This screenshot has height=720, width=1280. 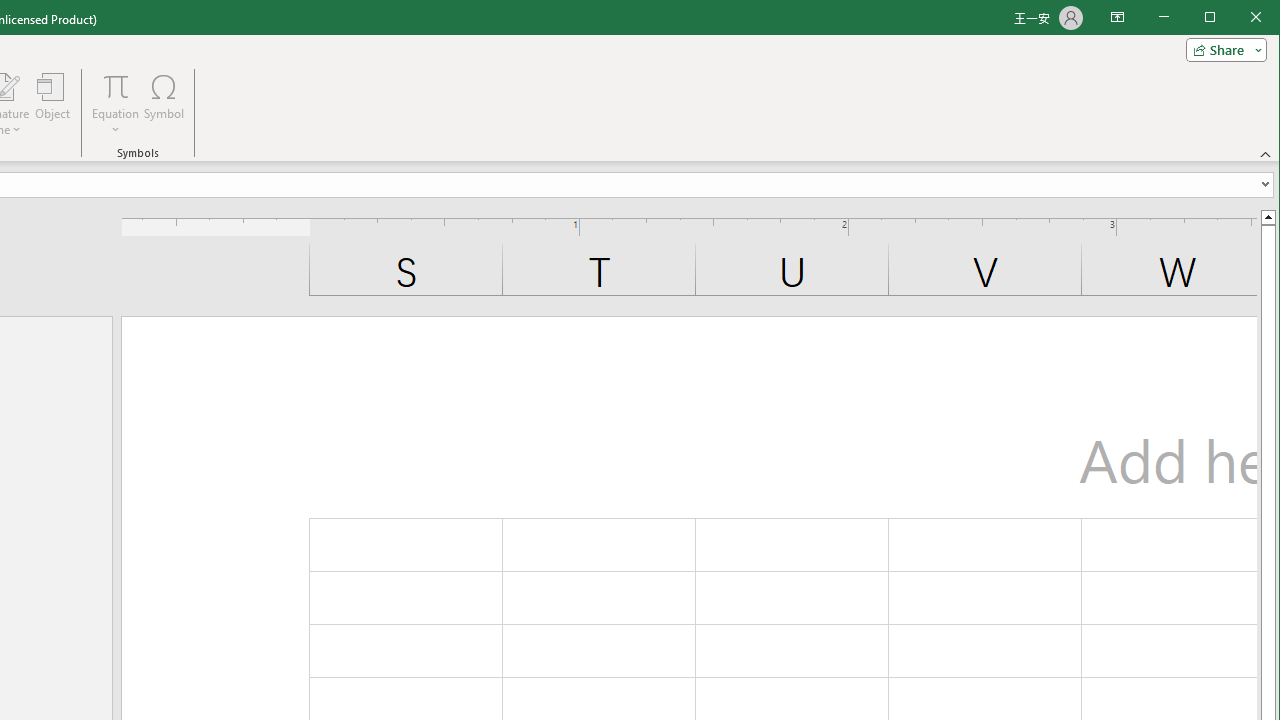 What do you see at coordinates (114, 85) in the screenshot?
I see `'Equation'` at bounding box center [114, 85].